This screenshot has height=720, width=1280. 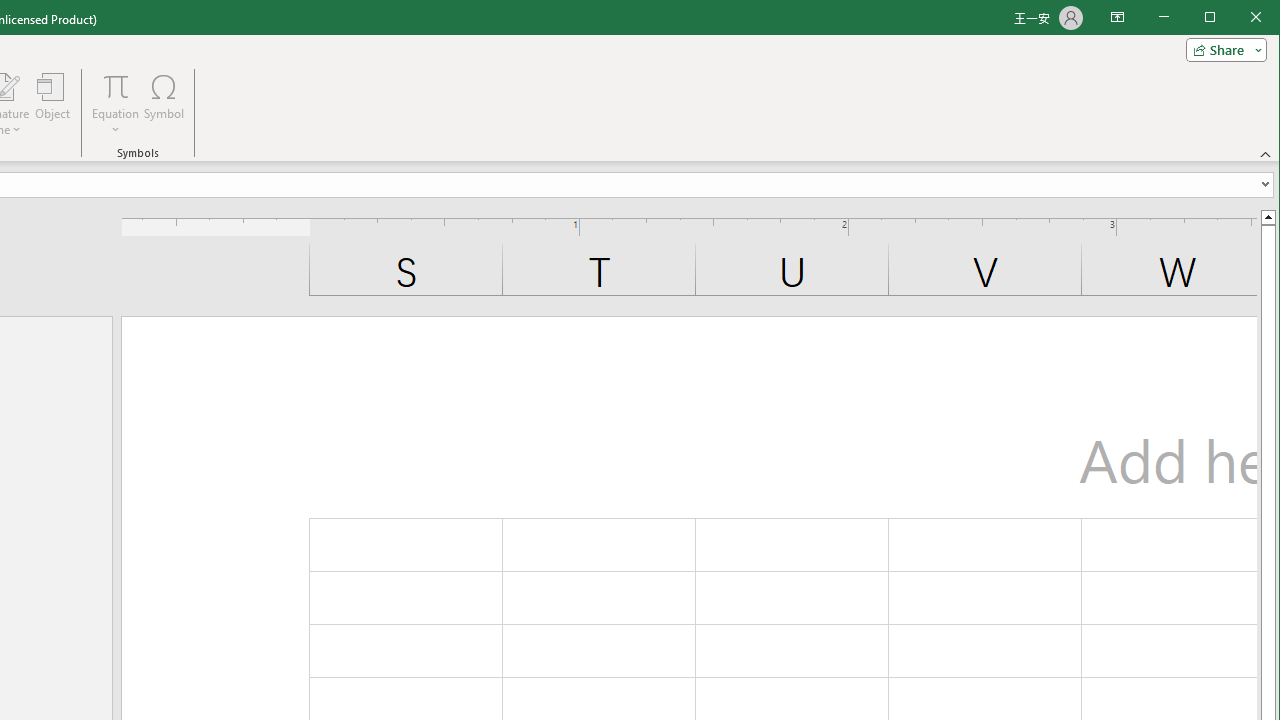 What do you see at coordinates (114, 85) in the screenshot?
I see `'Equation'` at bounding box center [114, 85].